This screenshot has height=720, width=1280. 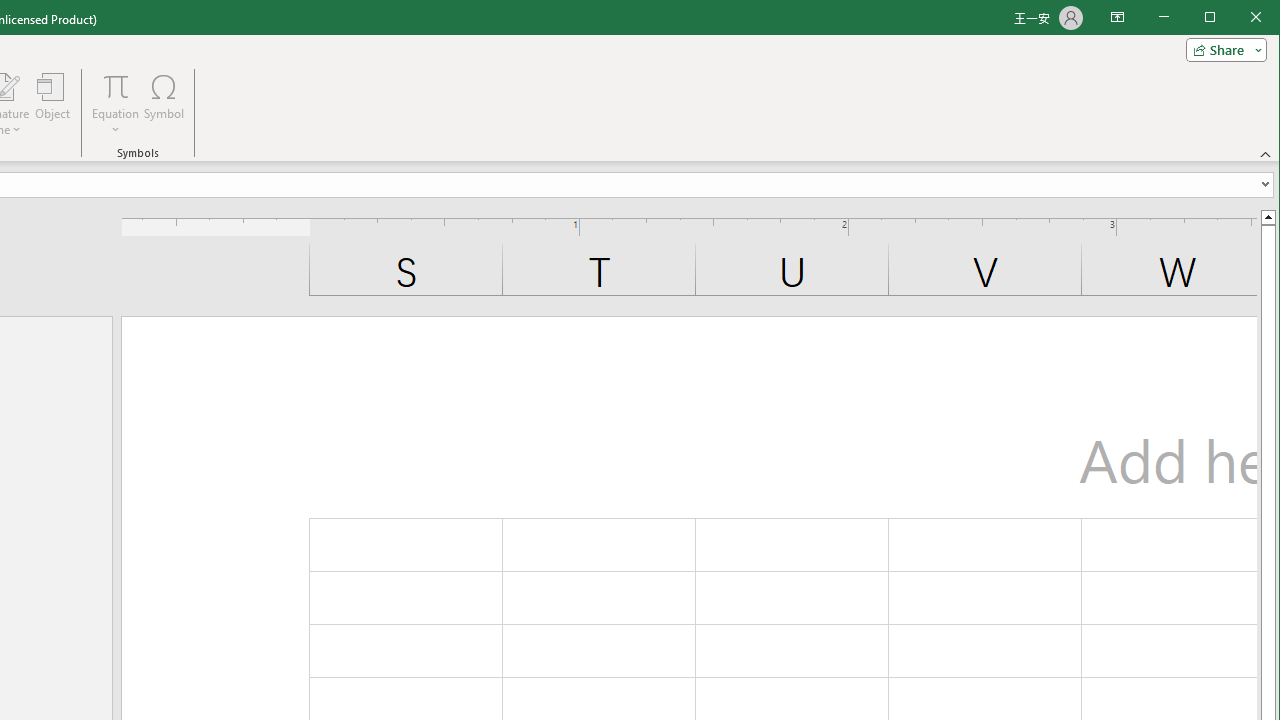 What do you see at coordinates (114, 85) in the screenshot?
I see `'Equation'` at bounding box center [114, 85].